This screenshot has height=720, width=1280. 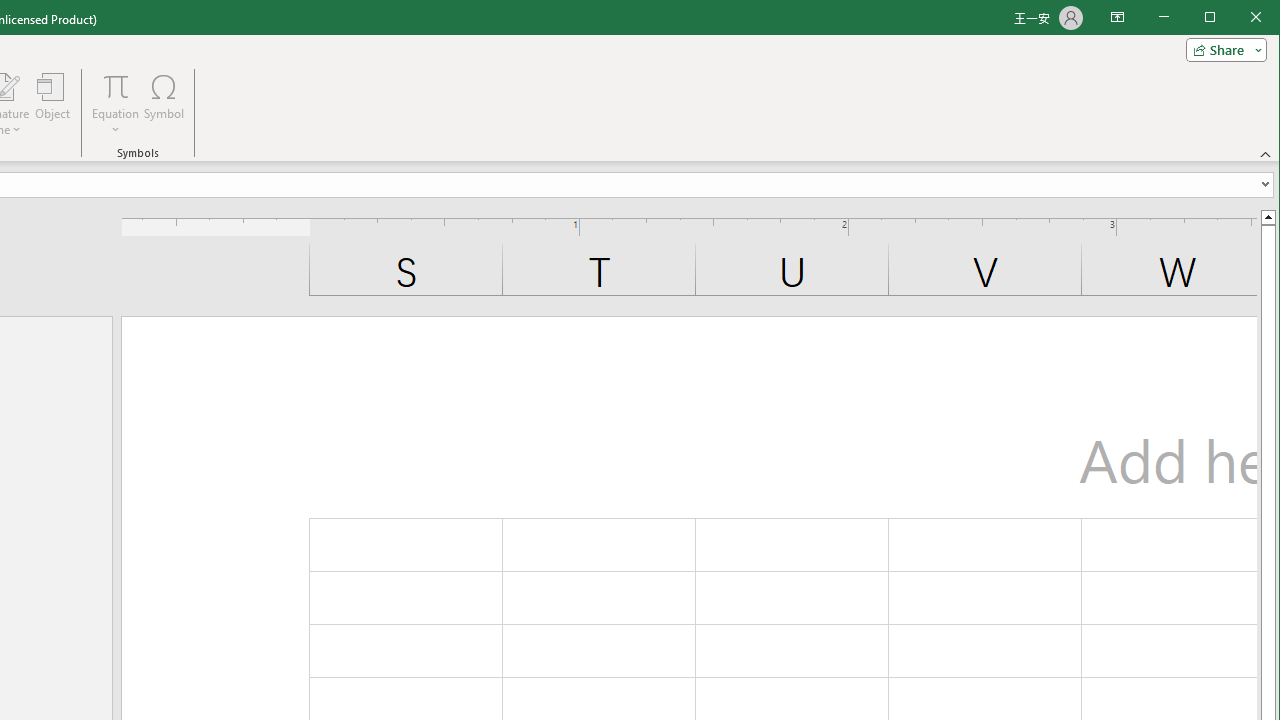 What do you see at coordinates (114, 85) in the screenshot?
I see `'Equation'` at bounding box center [114, 85].